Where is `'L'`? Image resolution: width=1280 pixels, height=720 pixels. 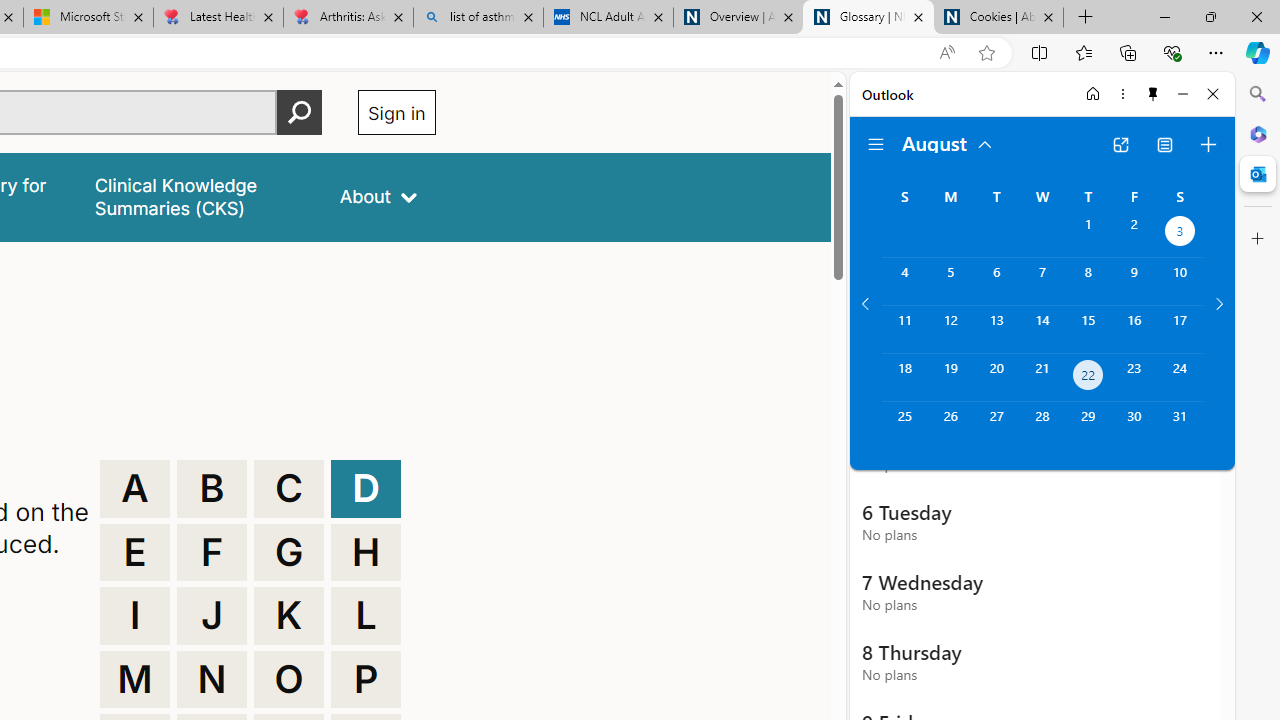 'L' is located at coordinates (366, 614).